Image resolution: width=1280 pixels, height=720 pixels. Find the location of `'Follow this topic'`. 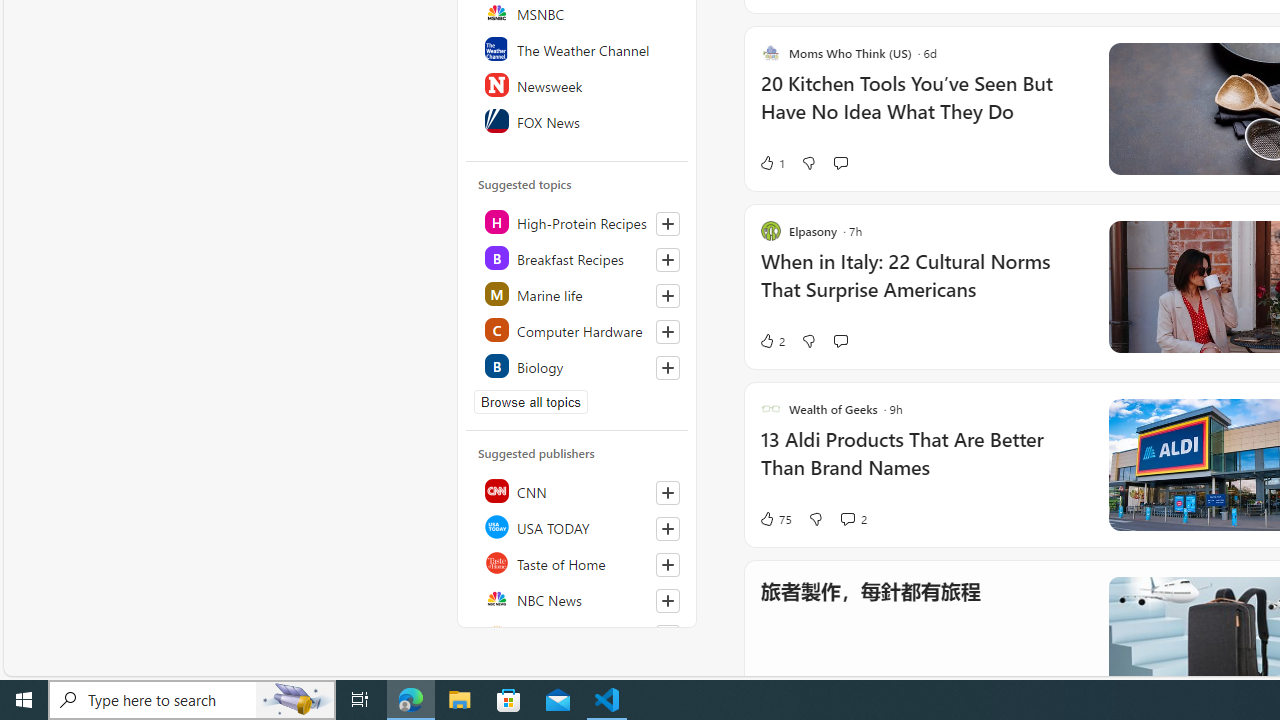

'Follow this topic' is located at coordinates (668, 367).